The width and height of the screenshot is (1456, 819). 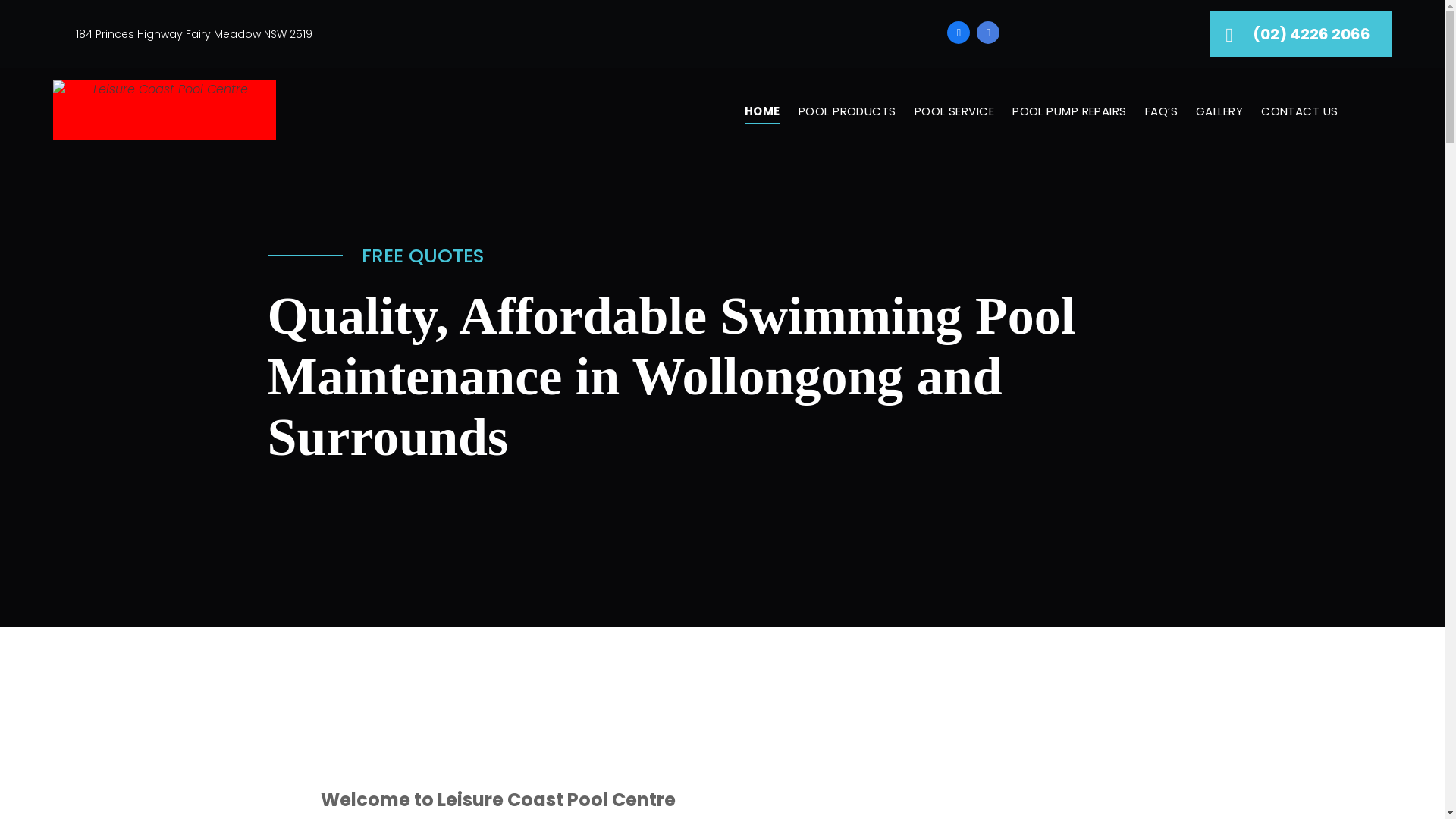 What do you see at coordinates (735, 111) in the screenshot?
I see `'HOME'` at bounding box center [735, 111].